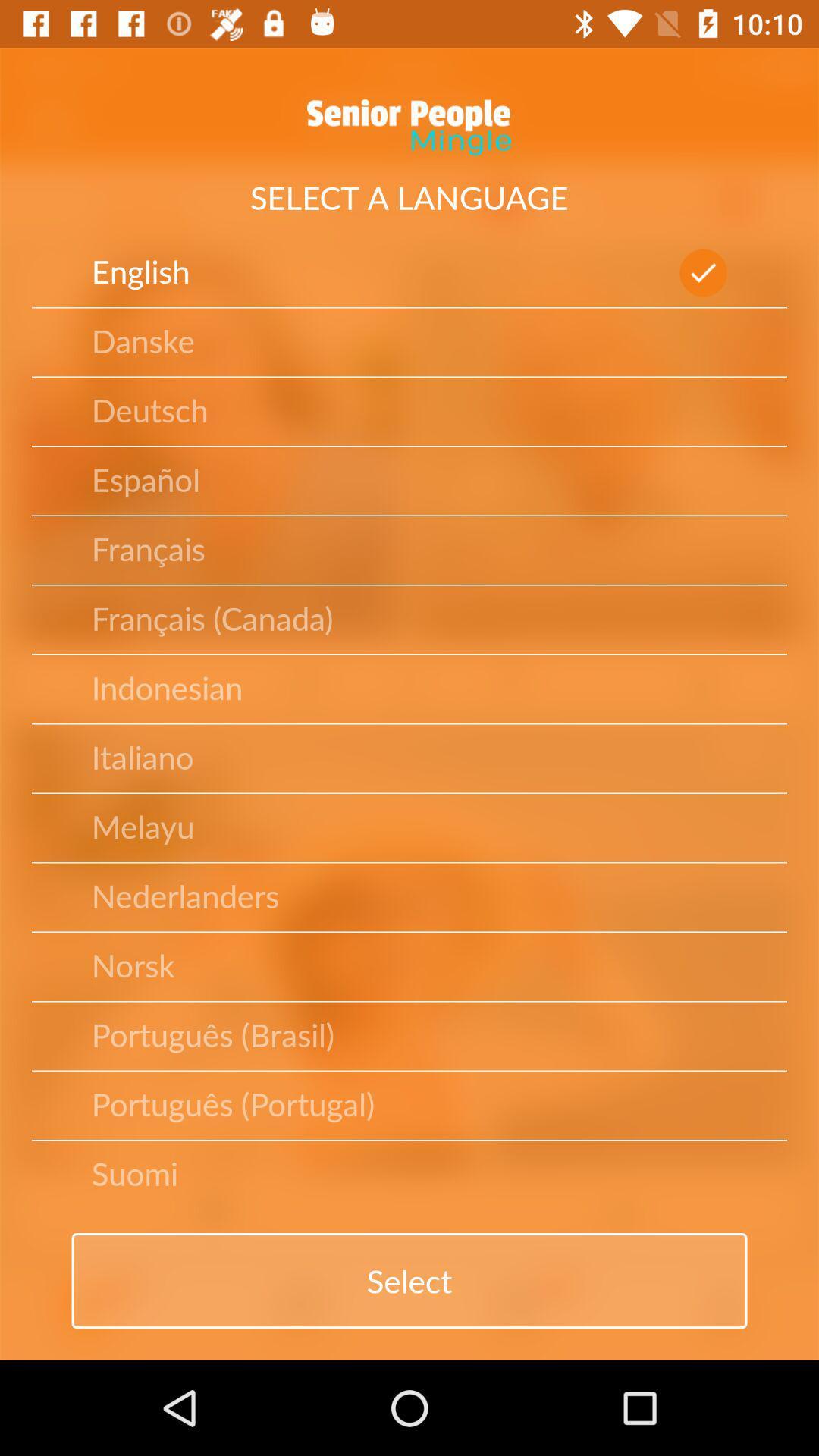 The width and height of the screenshot is (819, 1456). I want to click on select, so click(409, 1280).